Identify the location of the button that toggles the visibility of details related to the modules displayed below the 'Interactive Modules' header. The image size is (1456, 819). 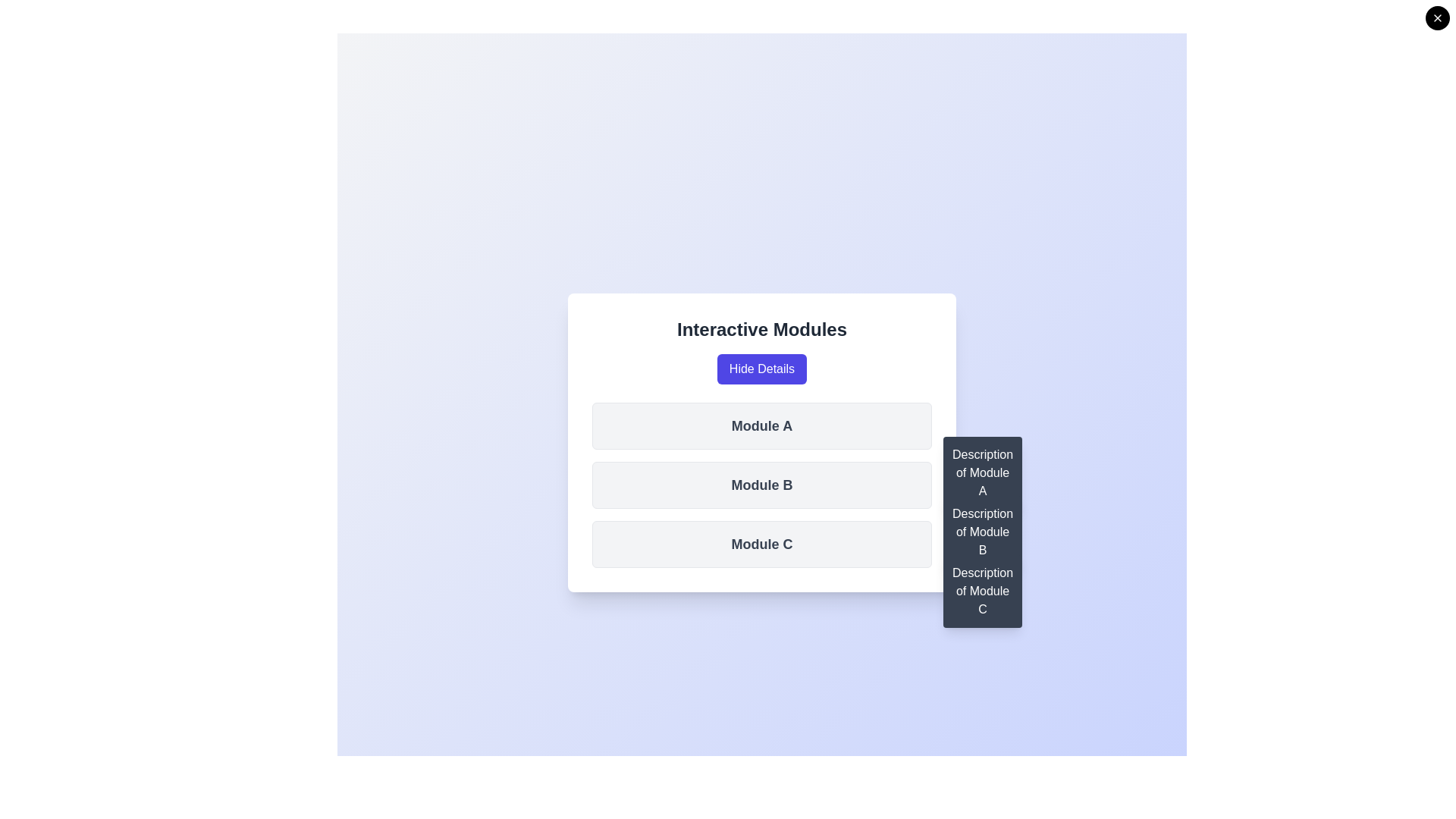
(761, 369).